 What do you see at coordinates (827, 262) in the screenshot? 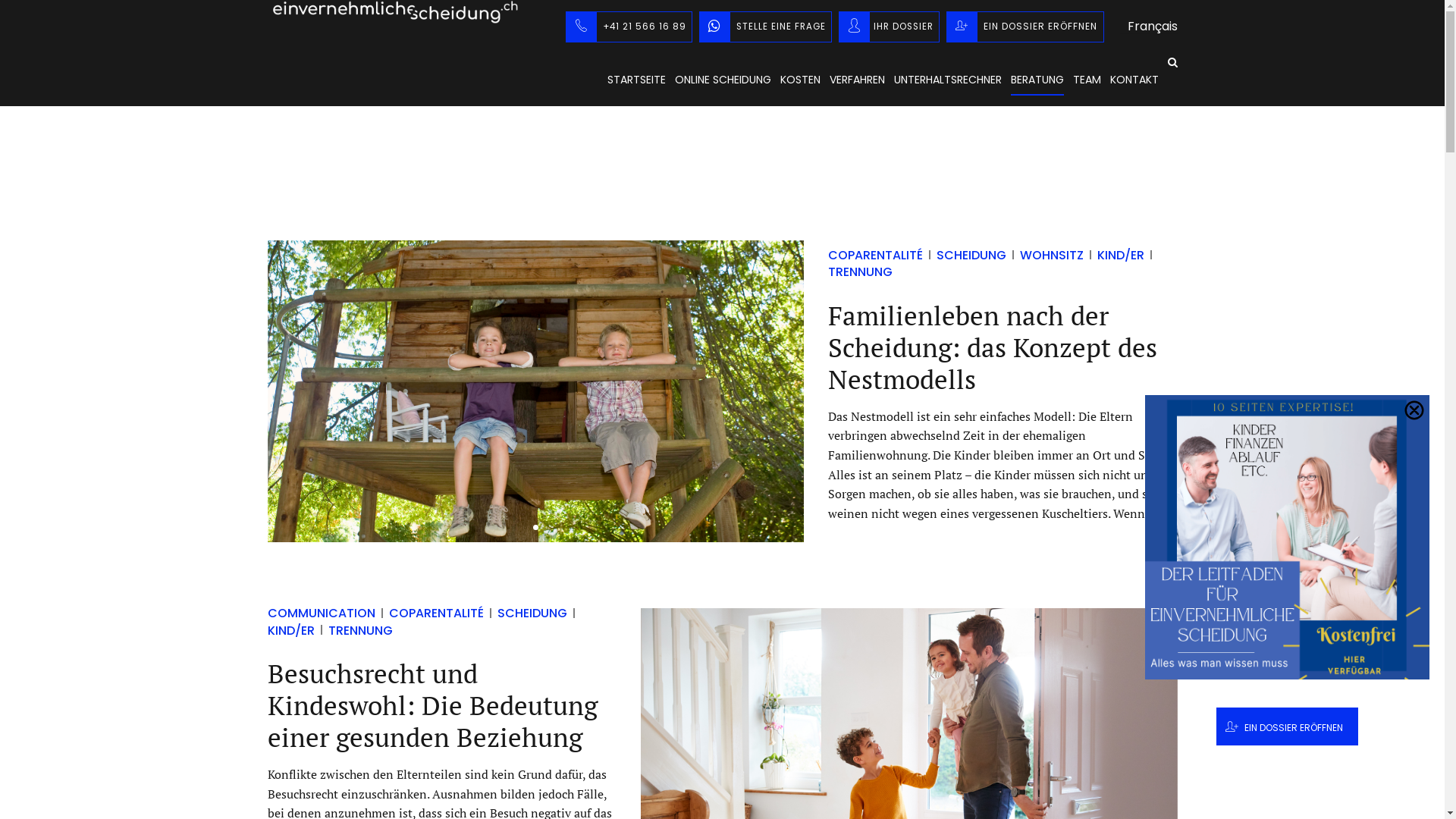
I see `'TRENNUNG'` at bounding box center [827, 262].